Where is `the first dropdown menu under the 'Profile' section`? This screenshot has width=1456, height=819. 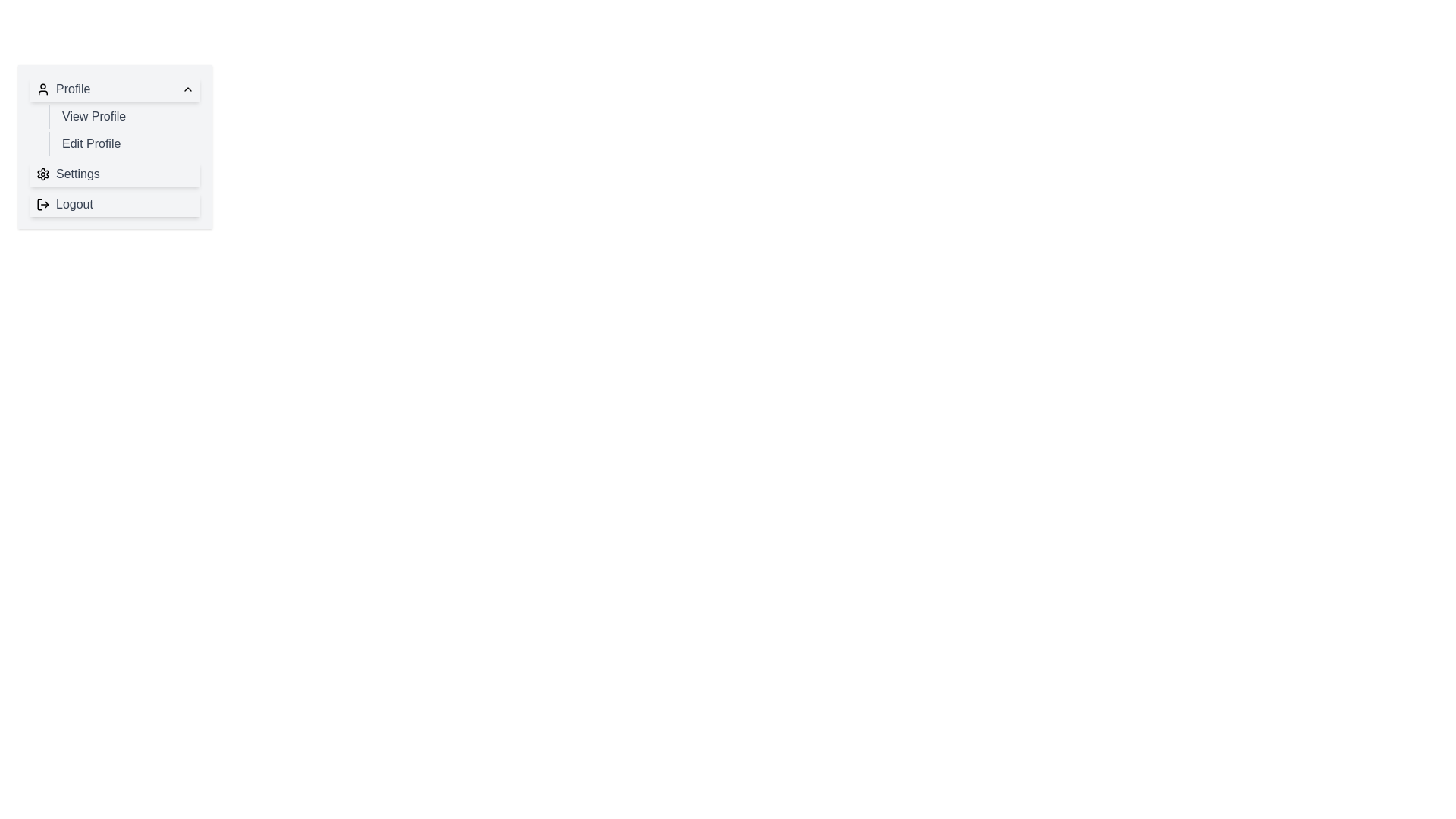
the first dropdown menu under the 'Profile' section is located at coordinates (115, 116).